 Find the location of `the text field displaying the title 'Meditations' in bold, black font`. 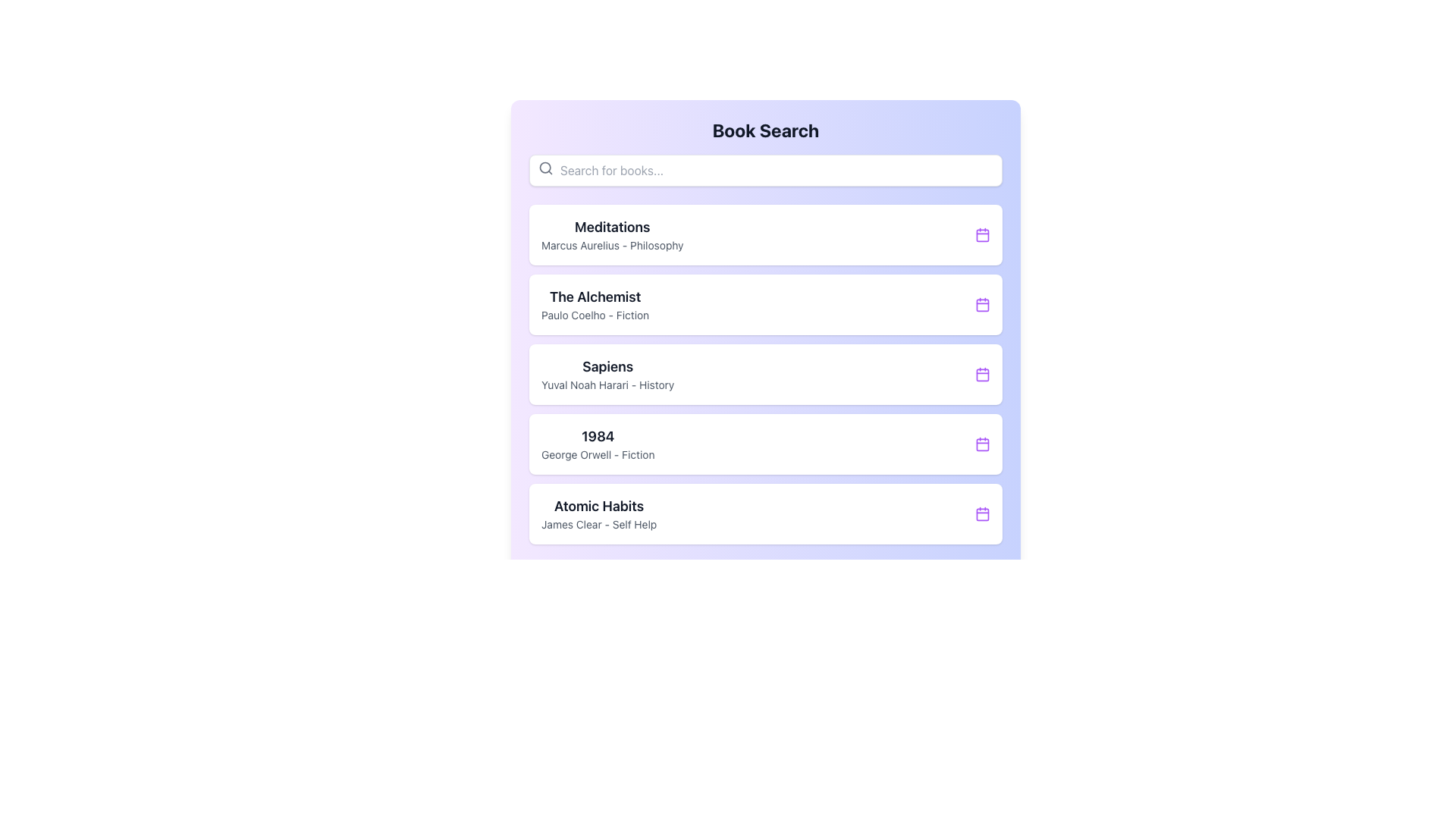

the text field displaying the title 'Meditations' in bold, black font is located at coordinates (612, 227).